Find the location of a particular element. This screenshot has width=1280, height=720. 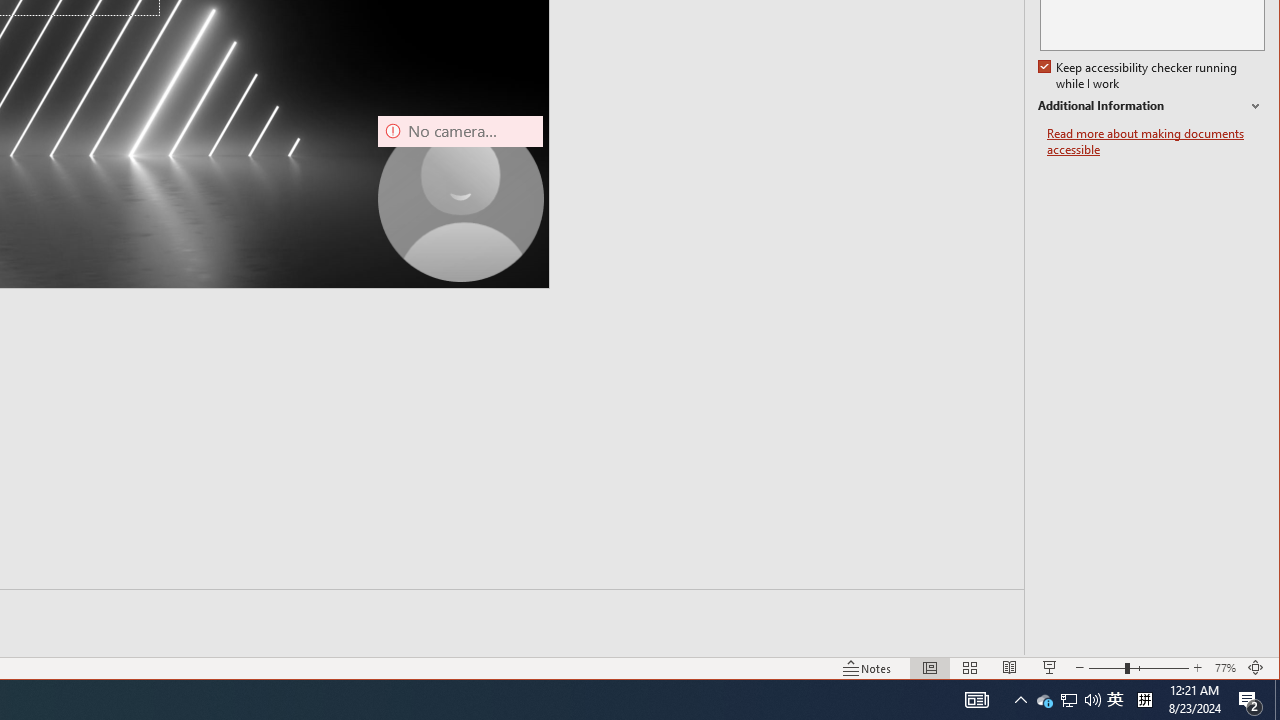

'Additional Information' is located at coordinates (1151, 106).